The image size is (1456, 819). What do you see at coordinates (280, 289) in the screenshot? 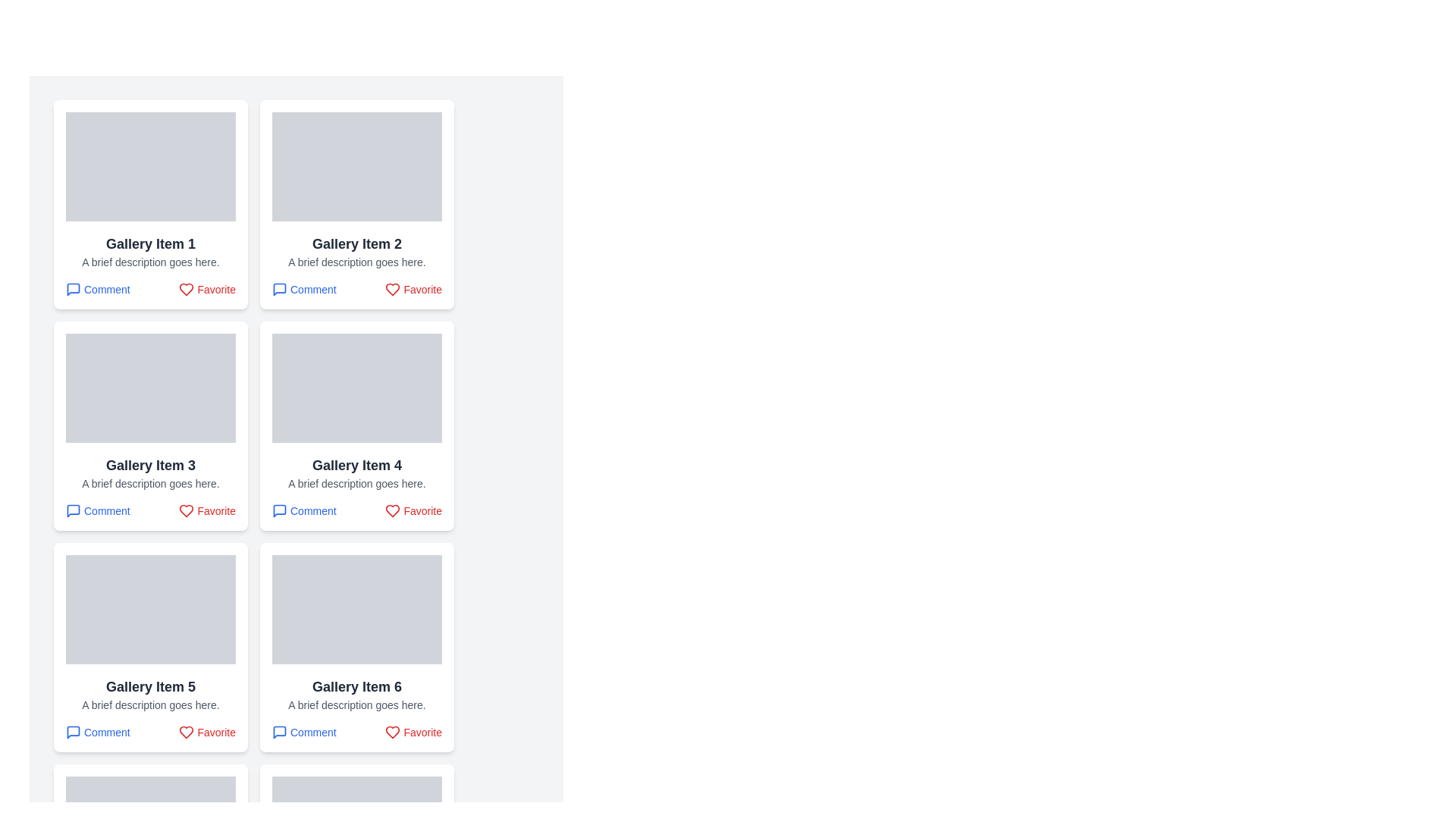
I see `the message square icon resembling a speech bubble, which is part of the comment option for the 'Gallery Item 2' card located in the top-right corner of the card` at bounding box center [280, 289].